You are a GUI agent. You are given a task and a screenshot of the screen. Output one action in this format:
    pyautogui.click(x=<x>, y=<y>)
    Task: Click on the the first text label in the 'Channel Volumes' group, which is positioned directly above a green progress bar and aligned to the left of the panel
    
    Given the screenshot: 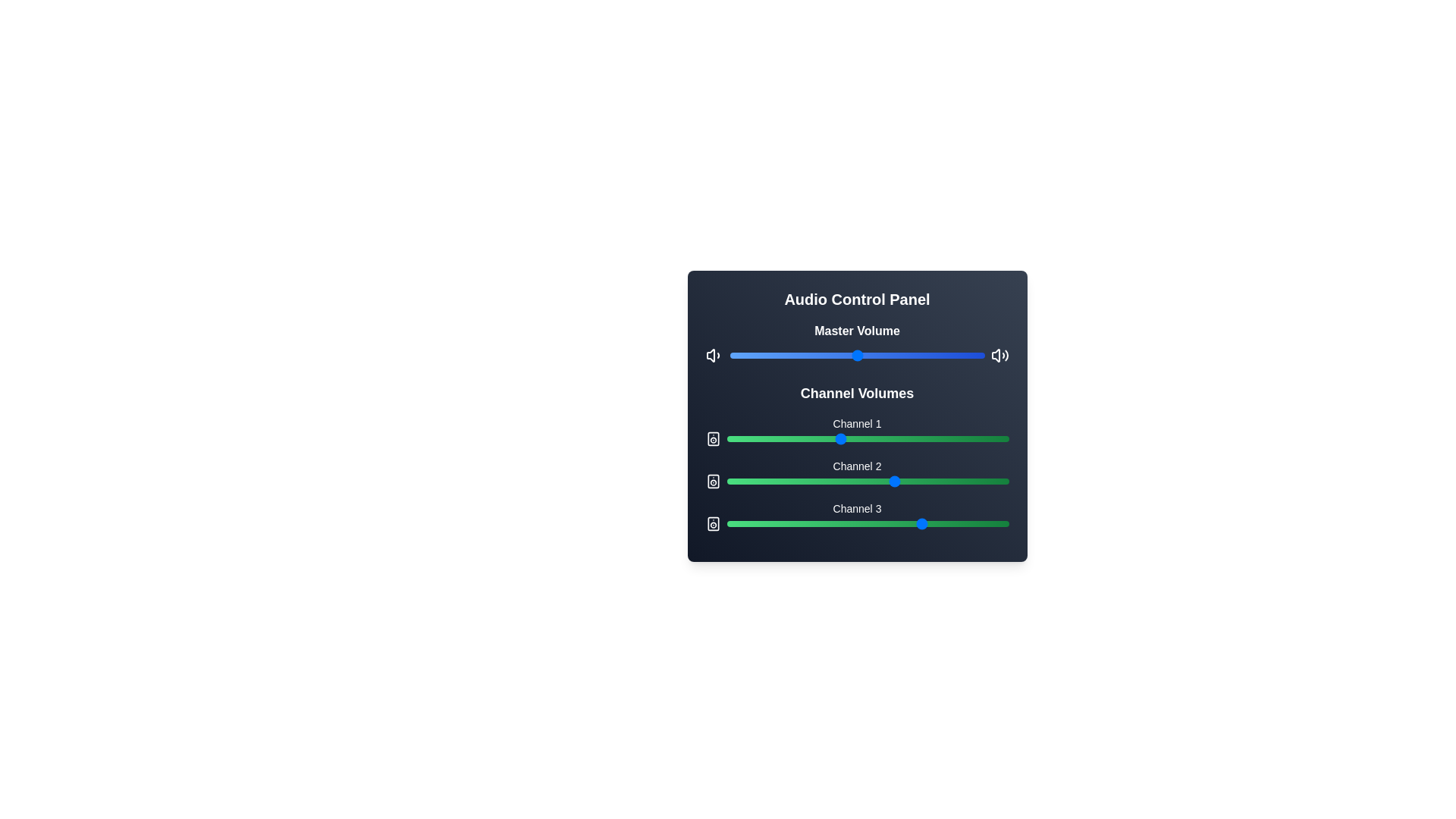 What is the action you would take?
    pyautogui.click(x=857, y=424)
    